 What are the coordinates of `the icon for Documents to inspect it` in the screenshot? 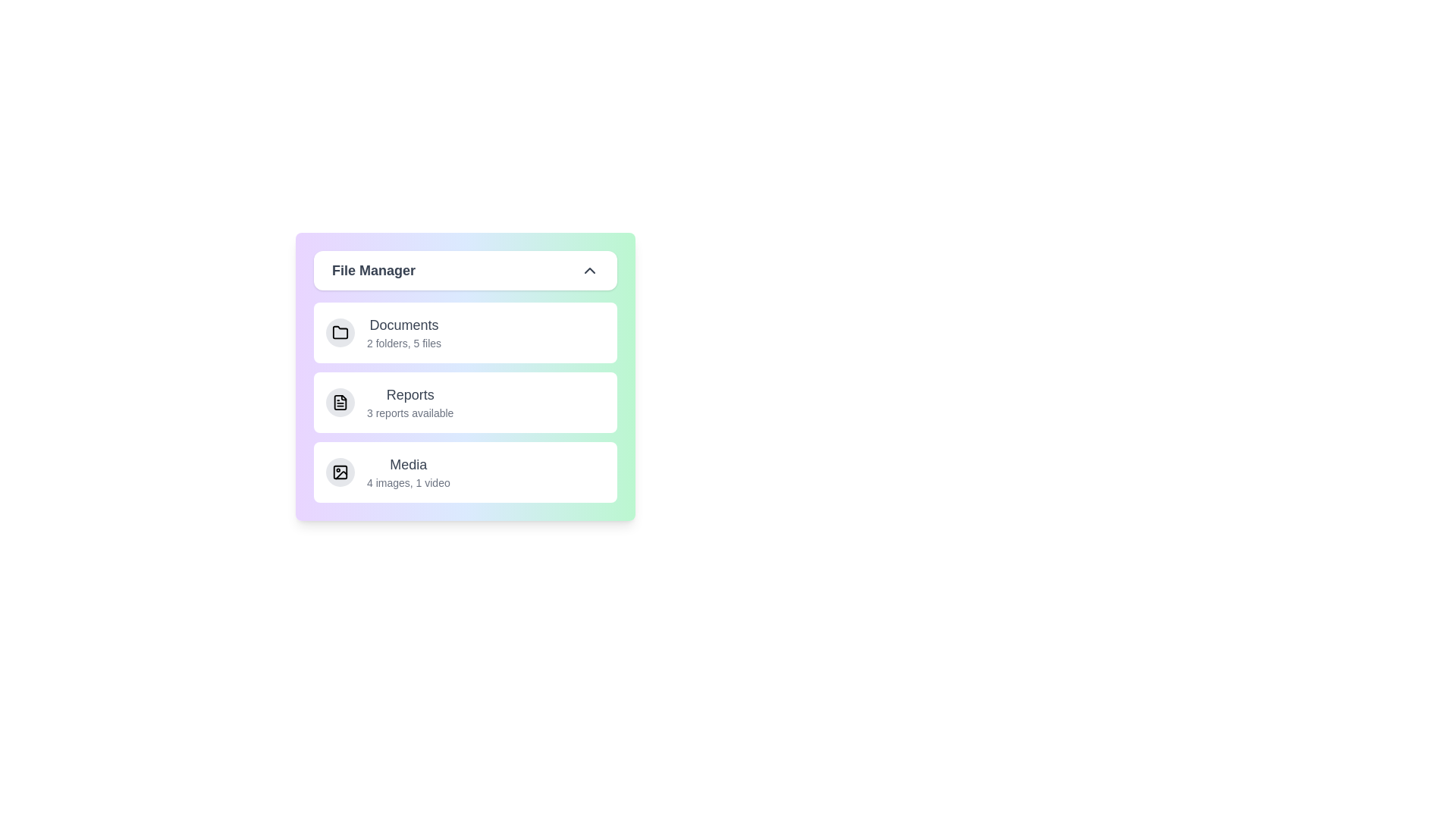 It's located at (340, 332).